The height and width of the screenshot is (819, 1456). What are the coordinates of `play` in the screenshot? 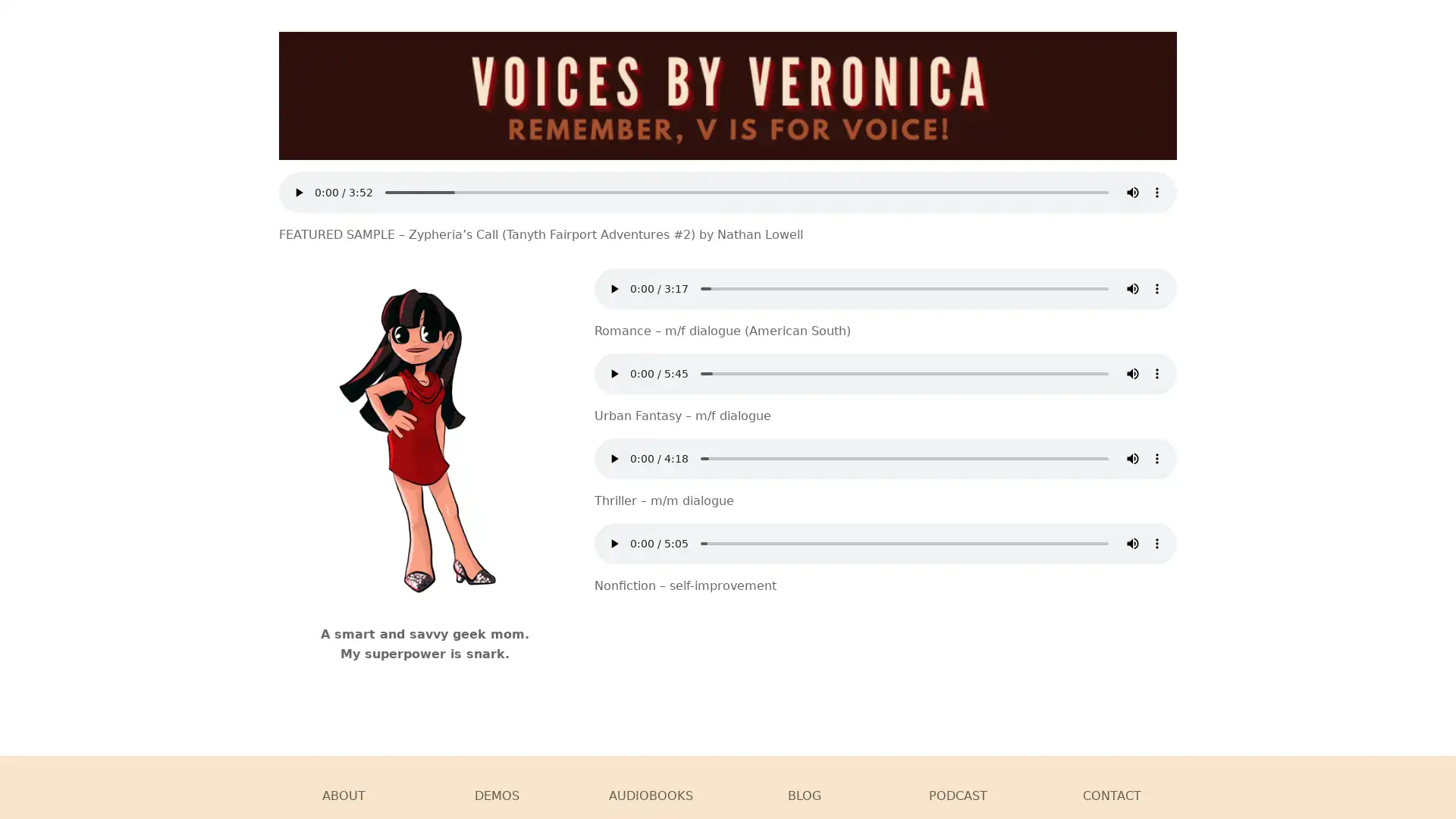 It's located at (614, 458).